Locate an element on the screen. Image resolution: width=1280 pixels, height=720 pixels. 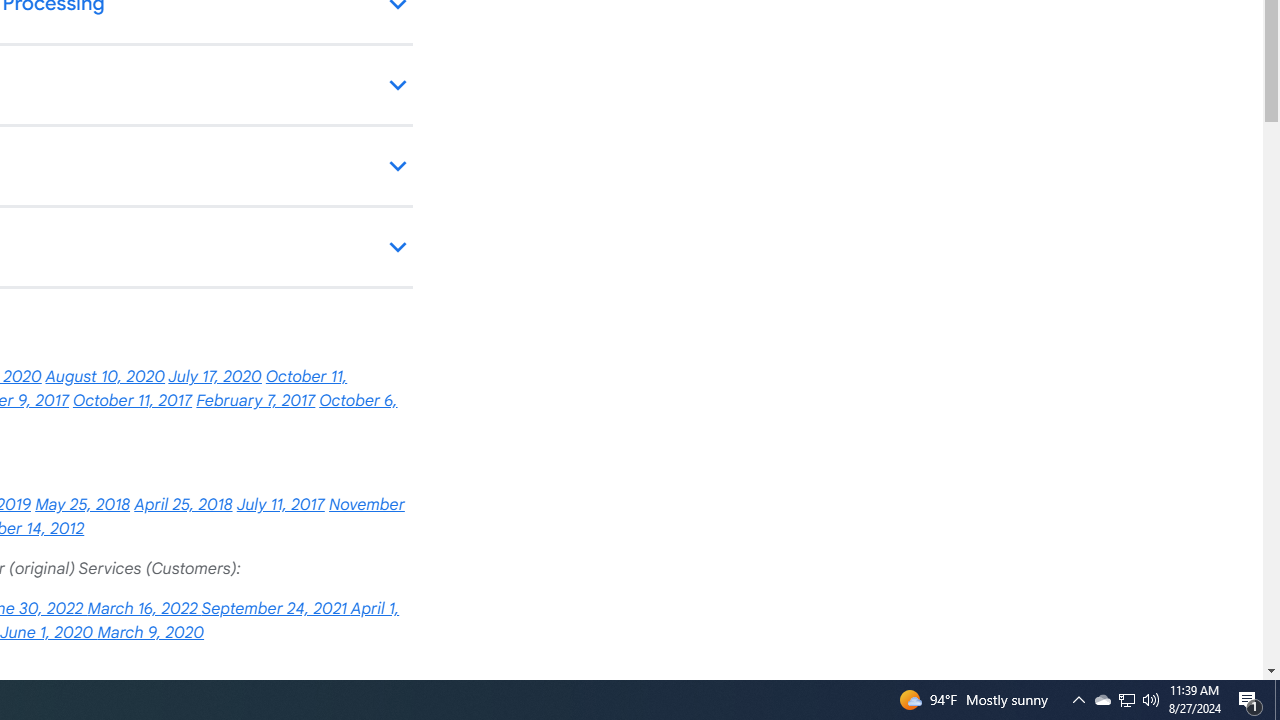
'August 10, 2020' is located at coordinates (104, 377).